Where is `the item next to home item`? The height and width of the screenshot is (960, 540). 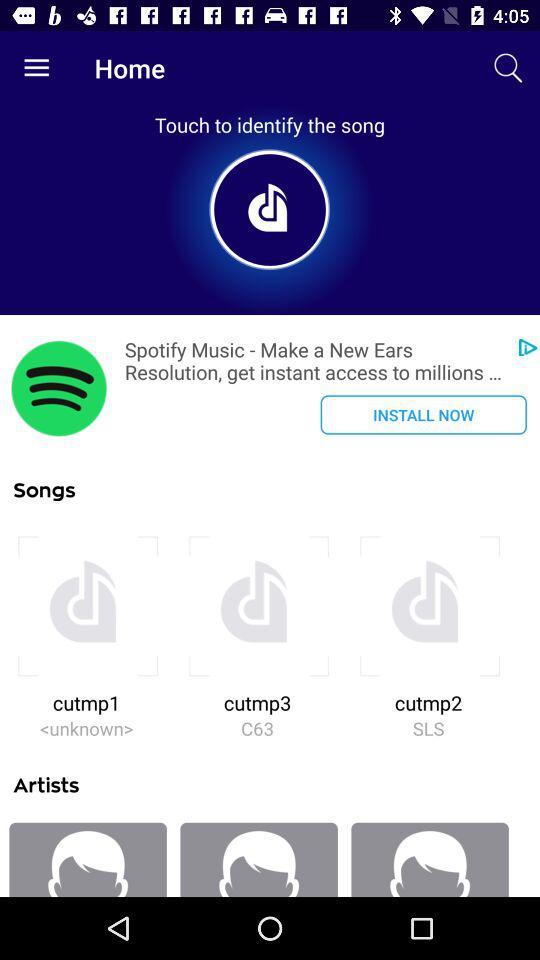 the item next to home item is located at coordinates (36, 68).